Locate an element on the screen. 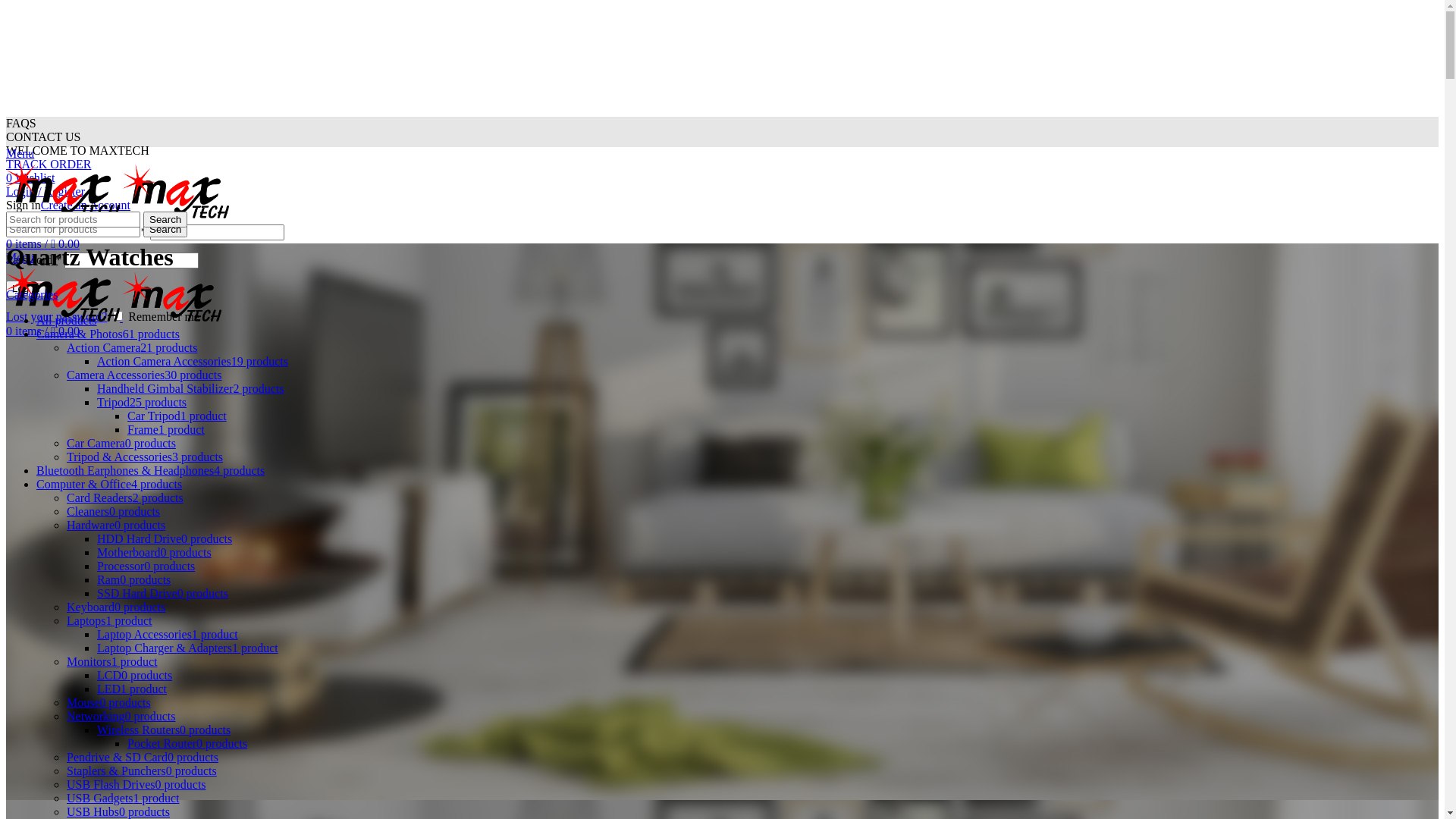  'Remember me' is located at coordinates (111, 315).